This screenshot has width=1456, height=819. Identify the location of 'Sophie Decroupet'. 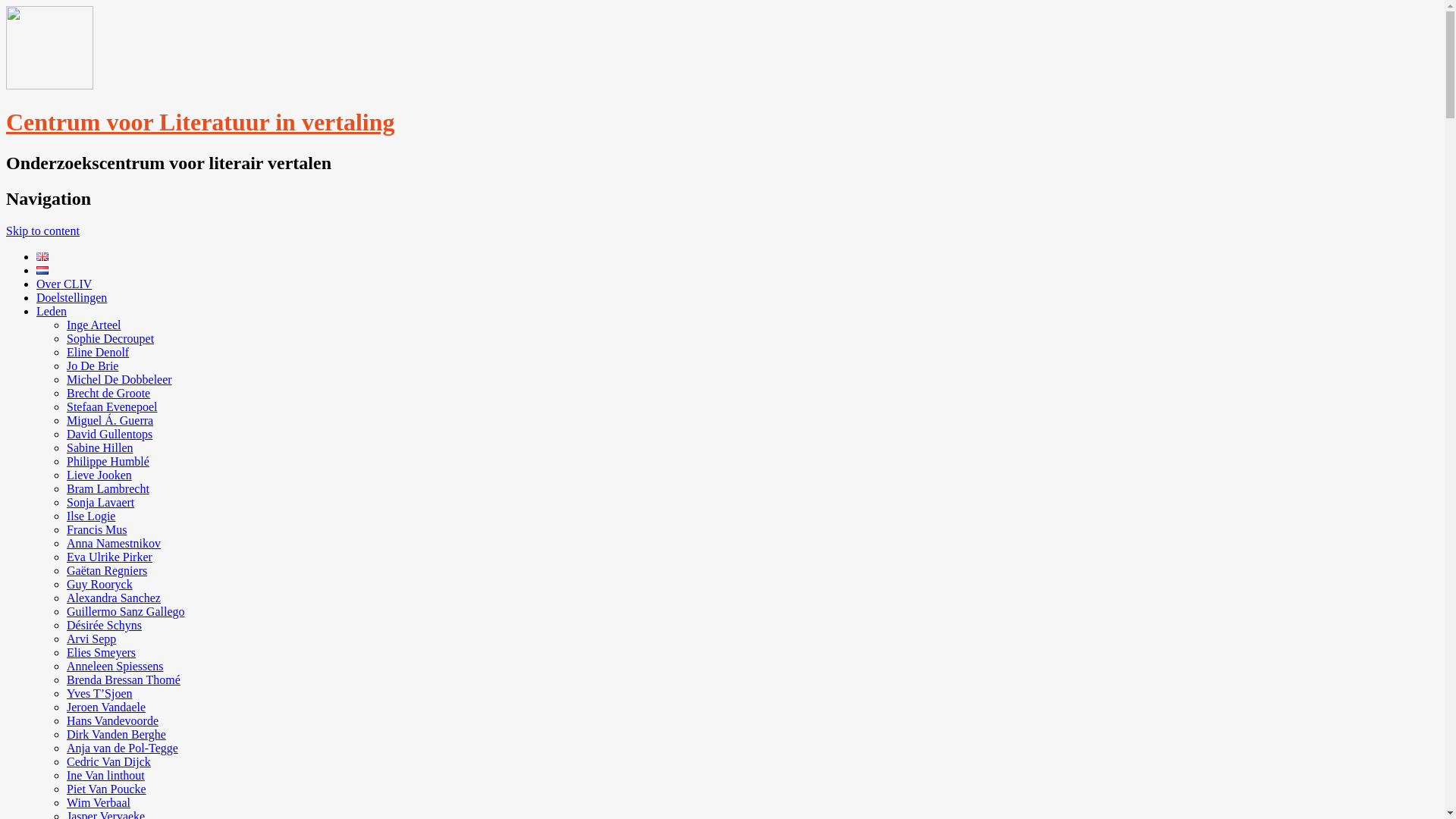
(109, 337).